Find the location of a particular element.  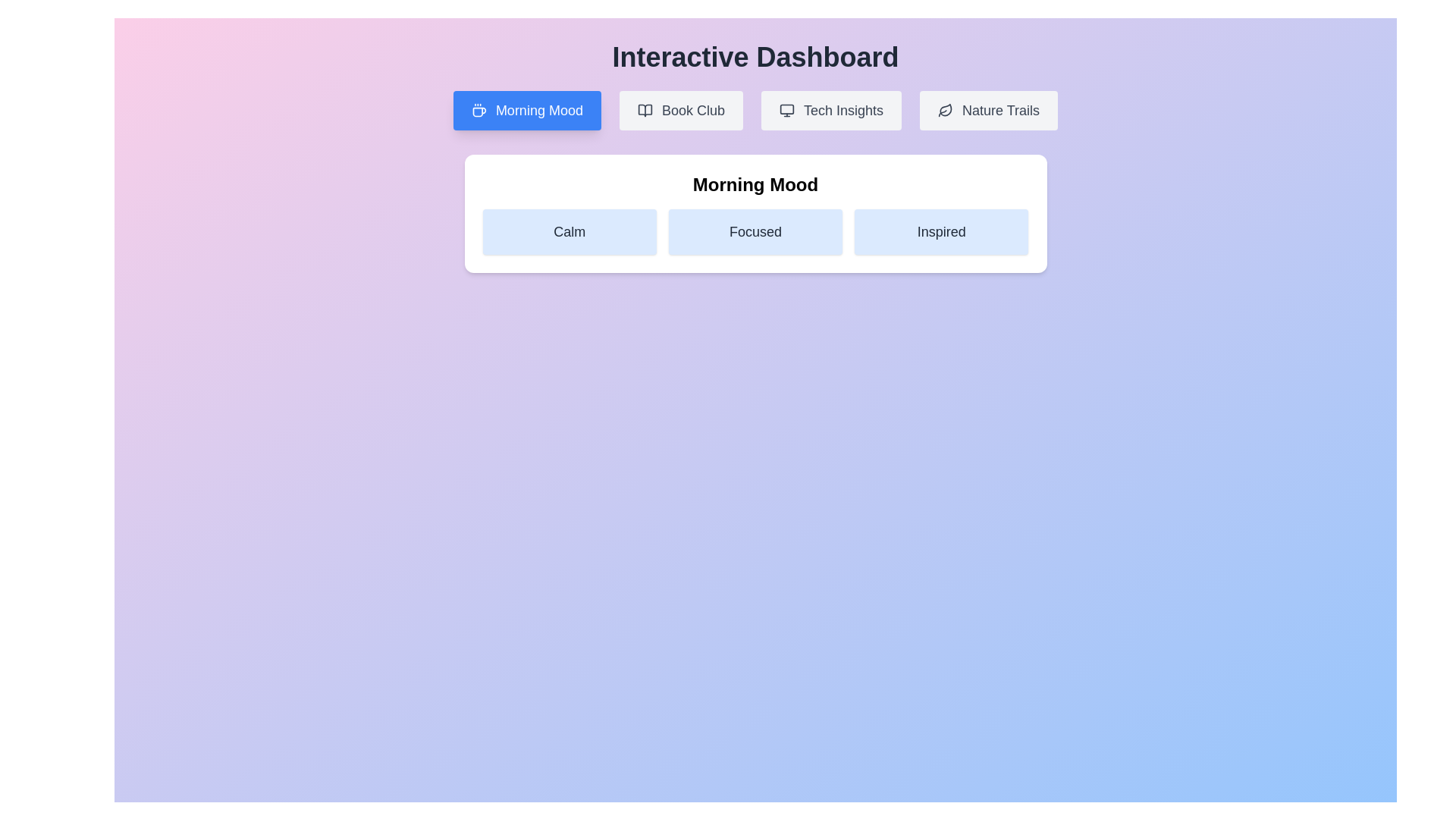

the 'Book Club' button is located at coordinates (680, 110).